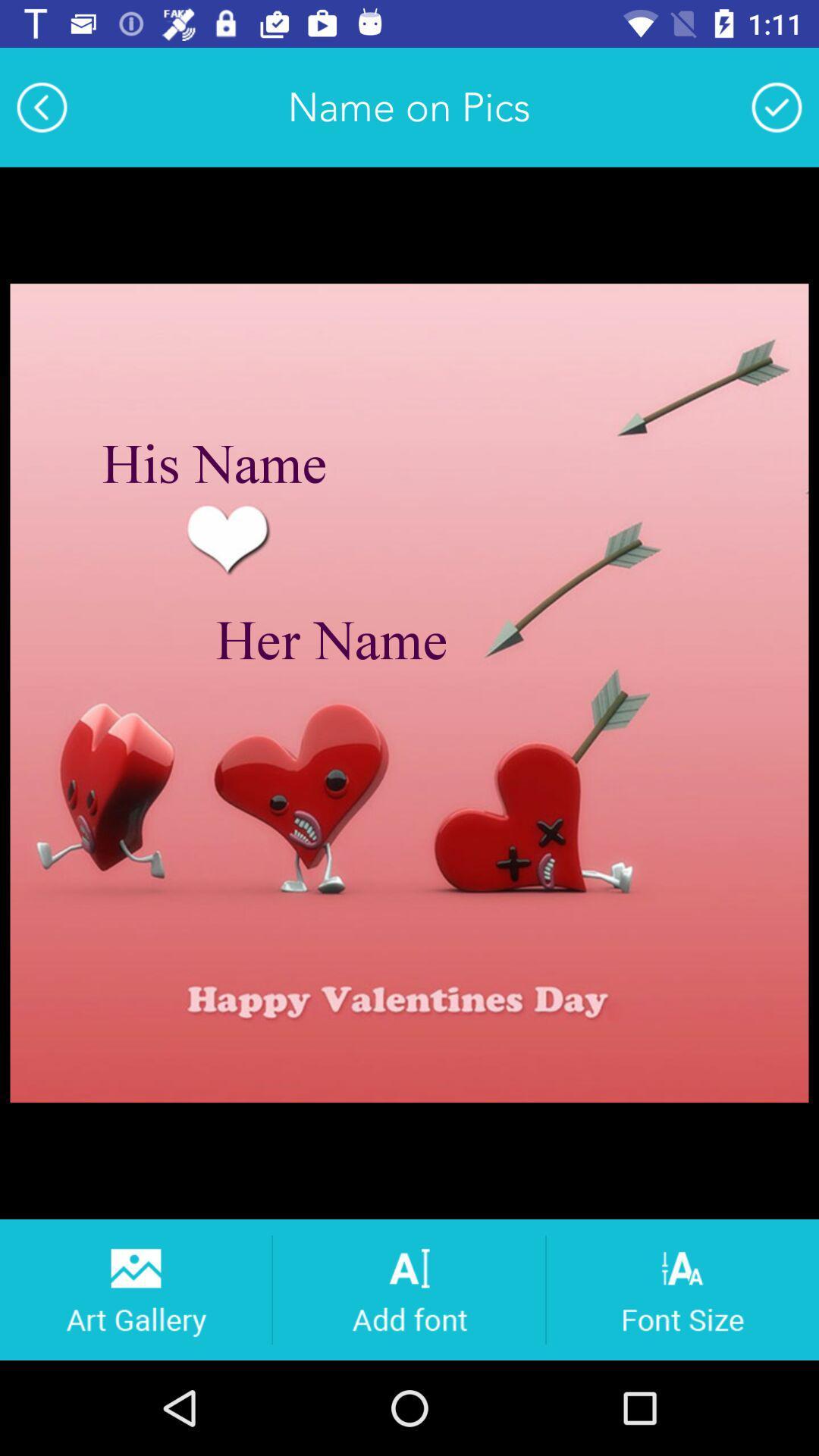  I want to click on app to the left of name on pics, so click(41, 106).